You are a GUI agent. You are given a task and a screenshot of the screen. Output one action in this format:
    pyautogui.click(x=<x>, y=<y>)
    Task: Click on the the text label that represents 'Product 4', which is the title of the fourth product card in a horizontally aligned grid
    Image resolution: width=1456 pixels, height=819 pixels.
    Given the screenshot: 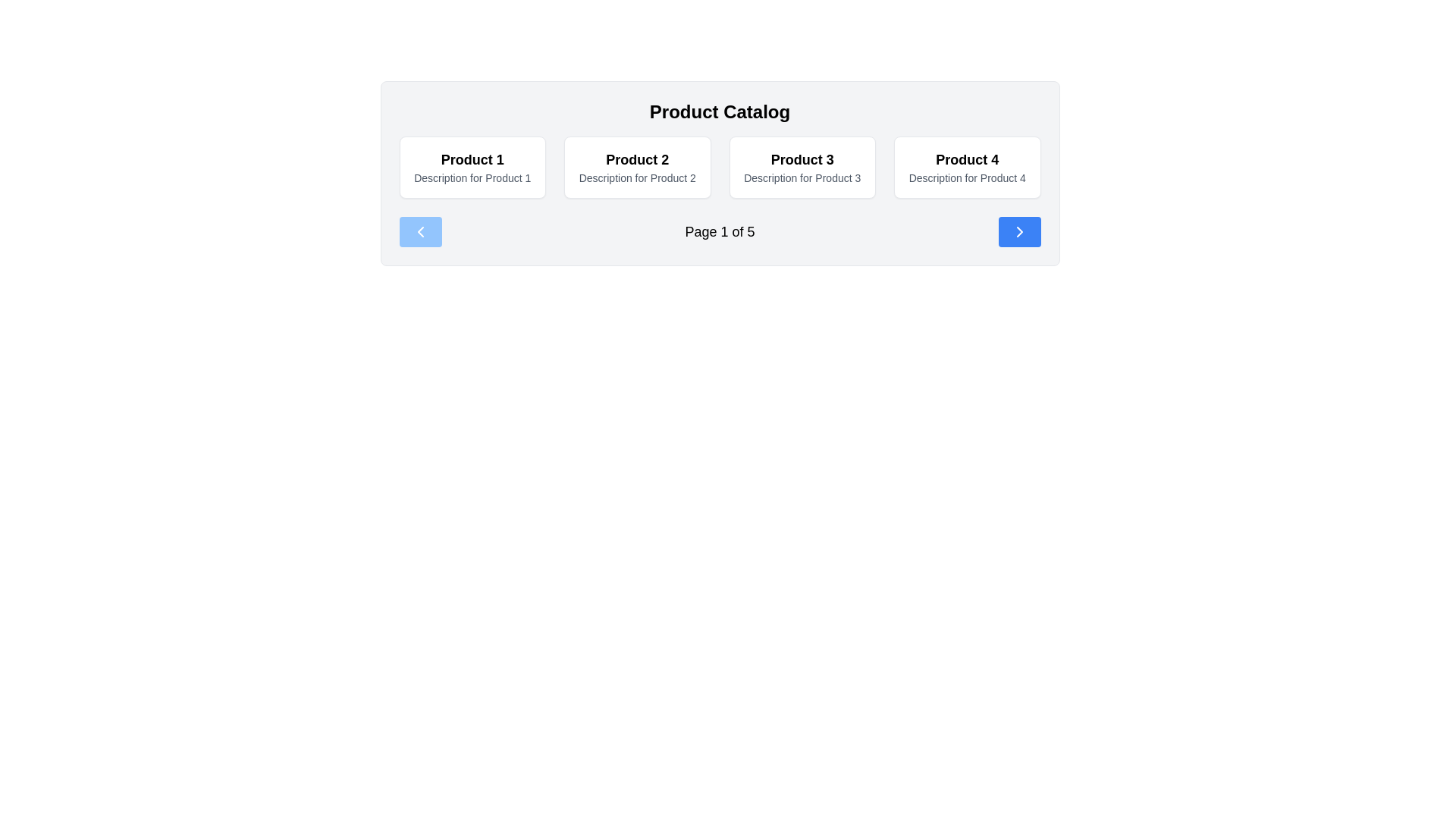 What is the action you would take?
    pyautogui.click(x=966, y=160)
    